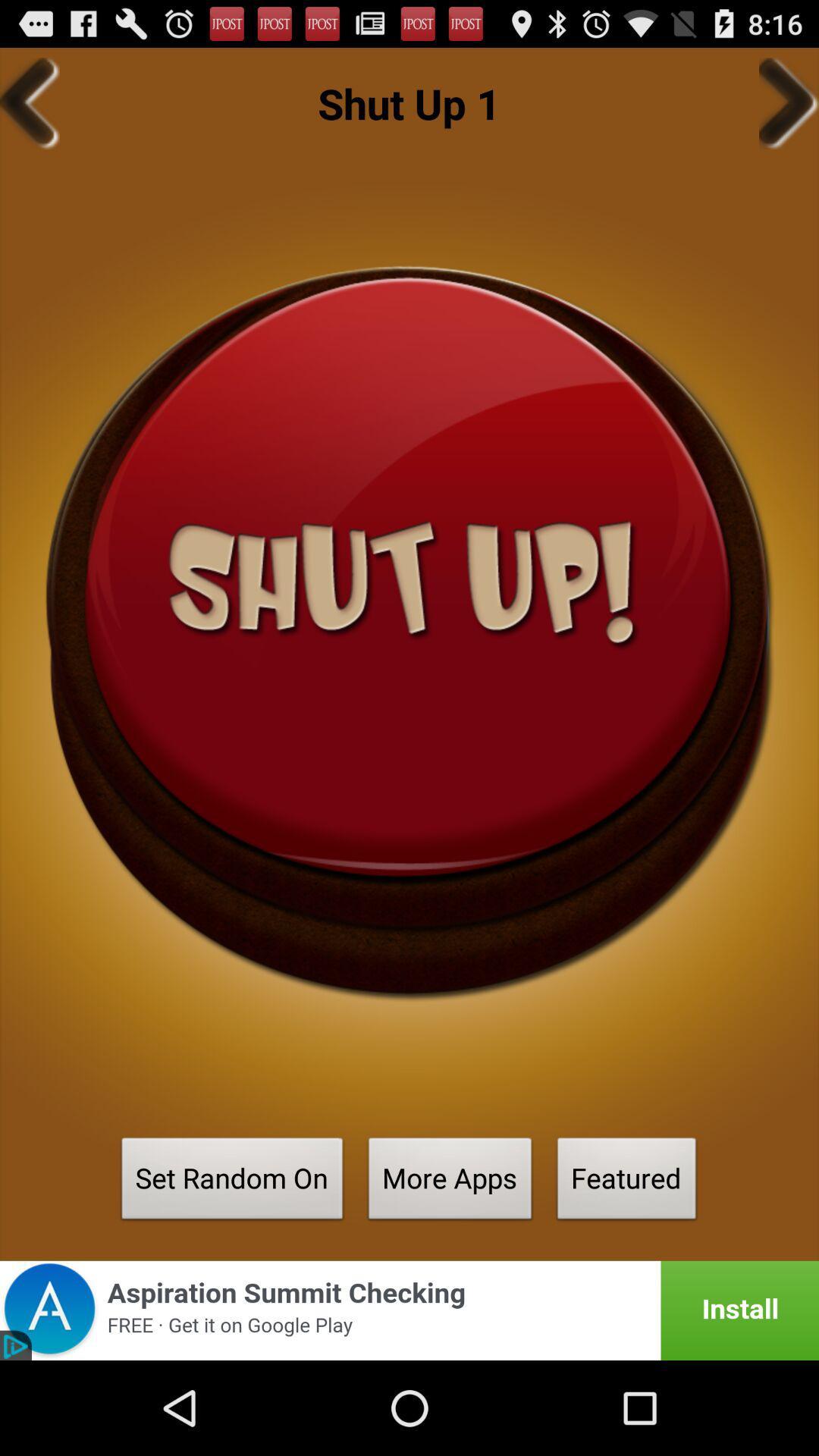 Image resolution: width=819 pixels, height=1456 pixels. I want to click on icon to the right of the shut up 1 app, so click(788, 102).